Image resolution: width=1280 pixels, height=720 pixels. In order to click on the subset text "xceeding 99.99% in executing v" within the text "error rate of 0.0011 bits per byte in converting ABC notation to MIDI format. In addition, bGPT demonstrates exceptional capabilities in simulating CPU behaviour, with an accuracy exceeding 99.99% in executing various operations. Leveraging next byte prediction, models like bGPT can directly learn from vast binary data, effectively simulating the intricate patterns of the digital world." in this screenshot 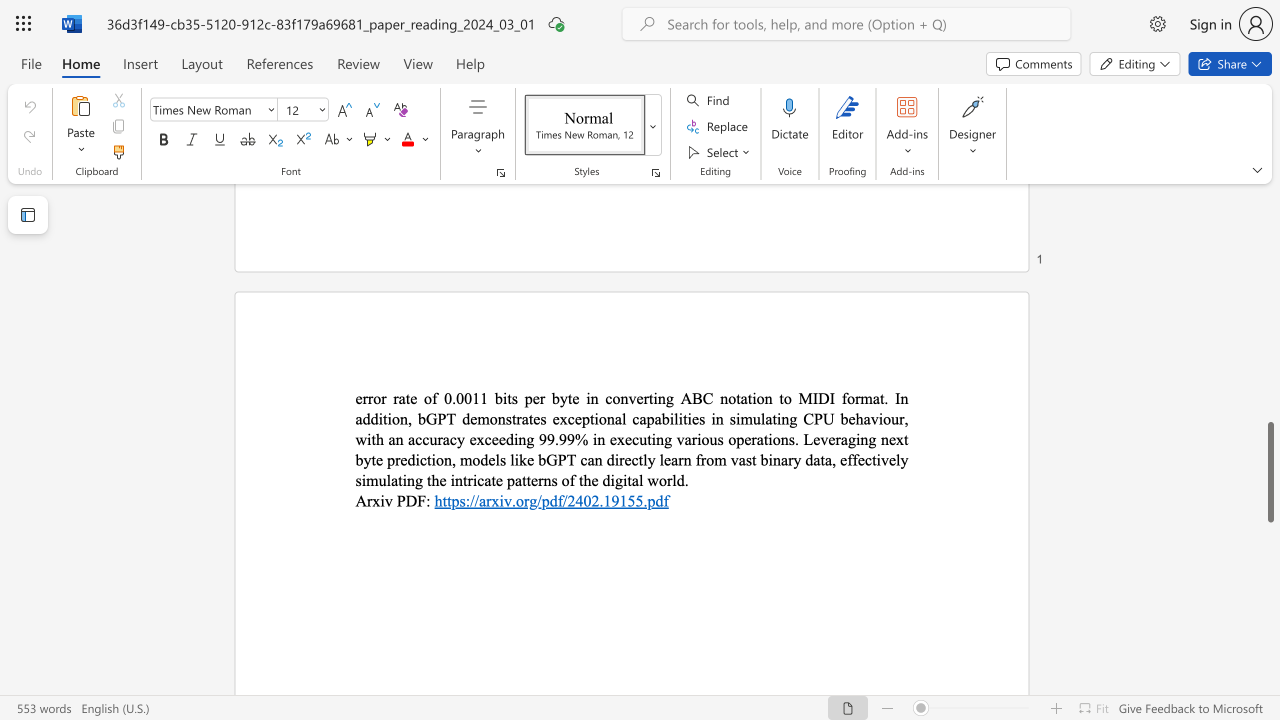, I will do `click(475, 438)`.